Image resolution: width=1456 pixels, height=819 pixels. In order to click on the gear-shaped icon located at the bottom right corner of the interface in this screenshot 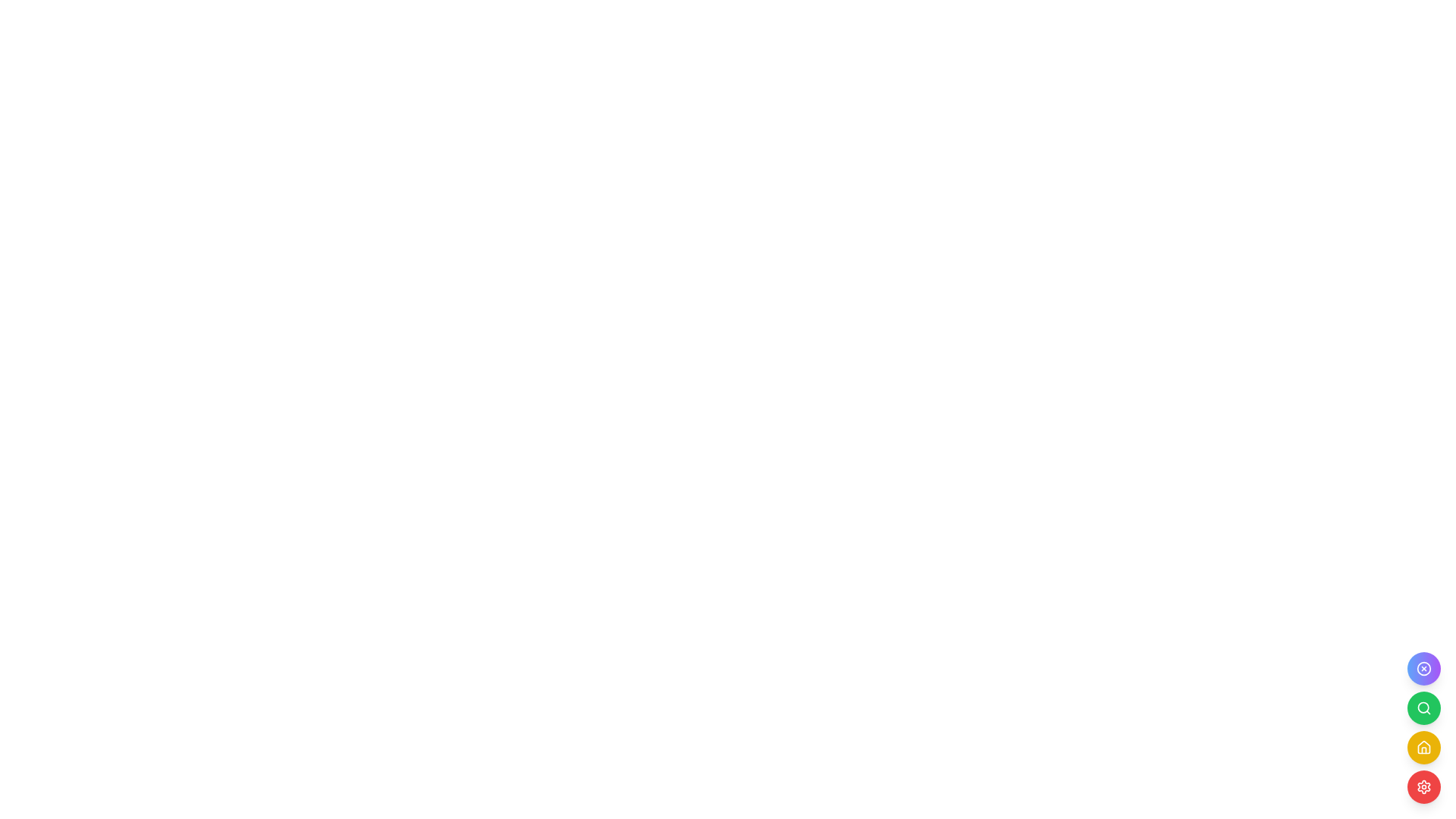, I will do `click(1423, 786)`.